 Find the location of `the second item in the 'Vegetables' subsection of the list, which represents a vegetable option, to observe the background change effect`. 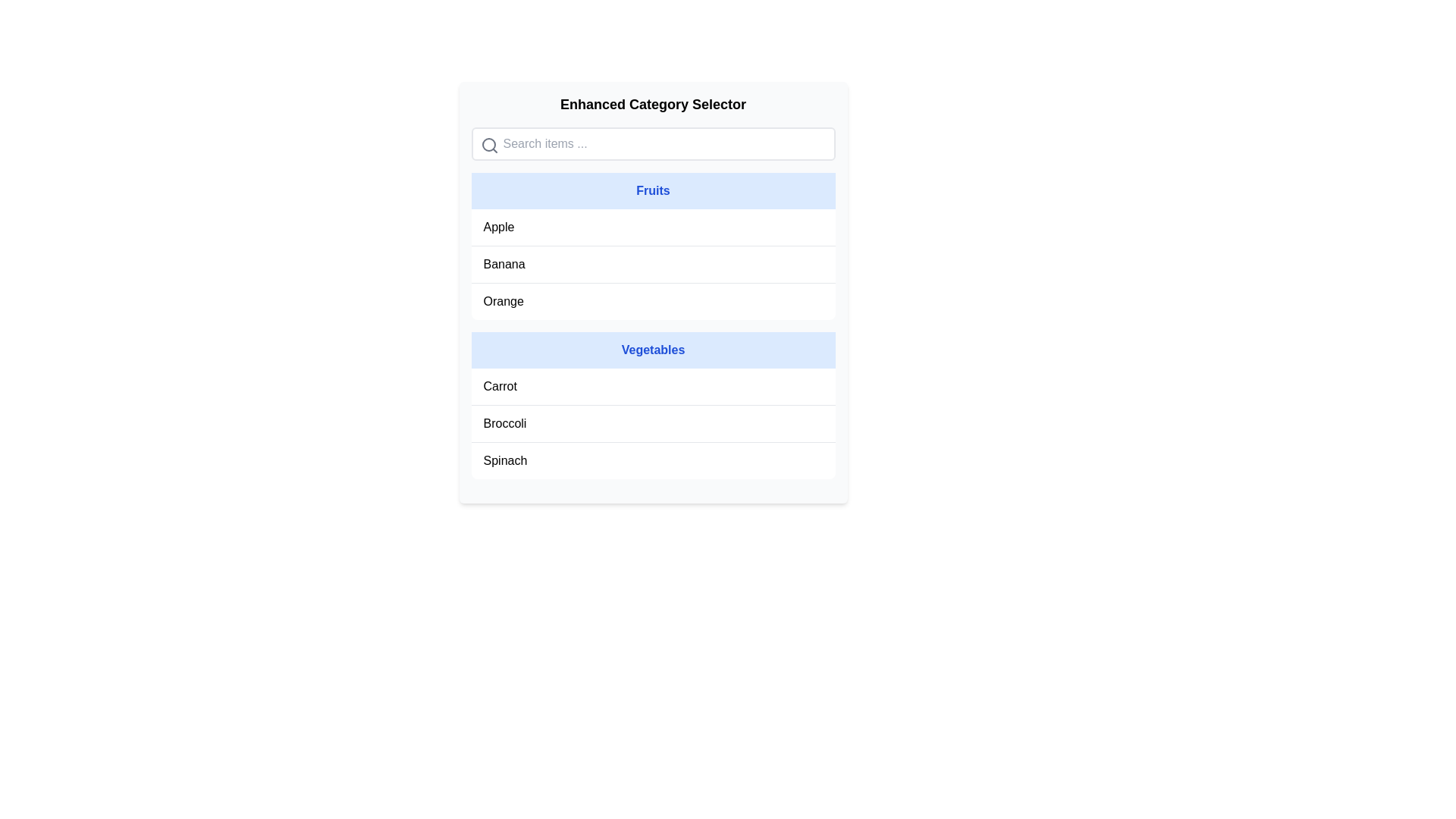

the second item in the 'Vegetables' subsection of the list, which represents a vegetable option, to observe the background change effect is located at coordinates (653, 424).